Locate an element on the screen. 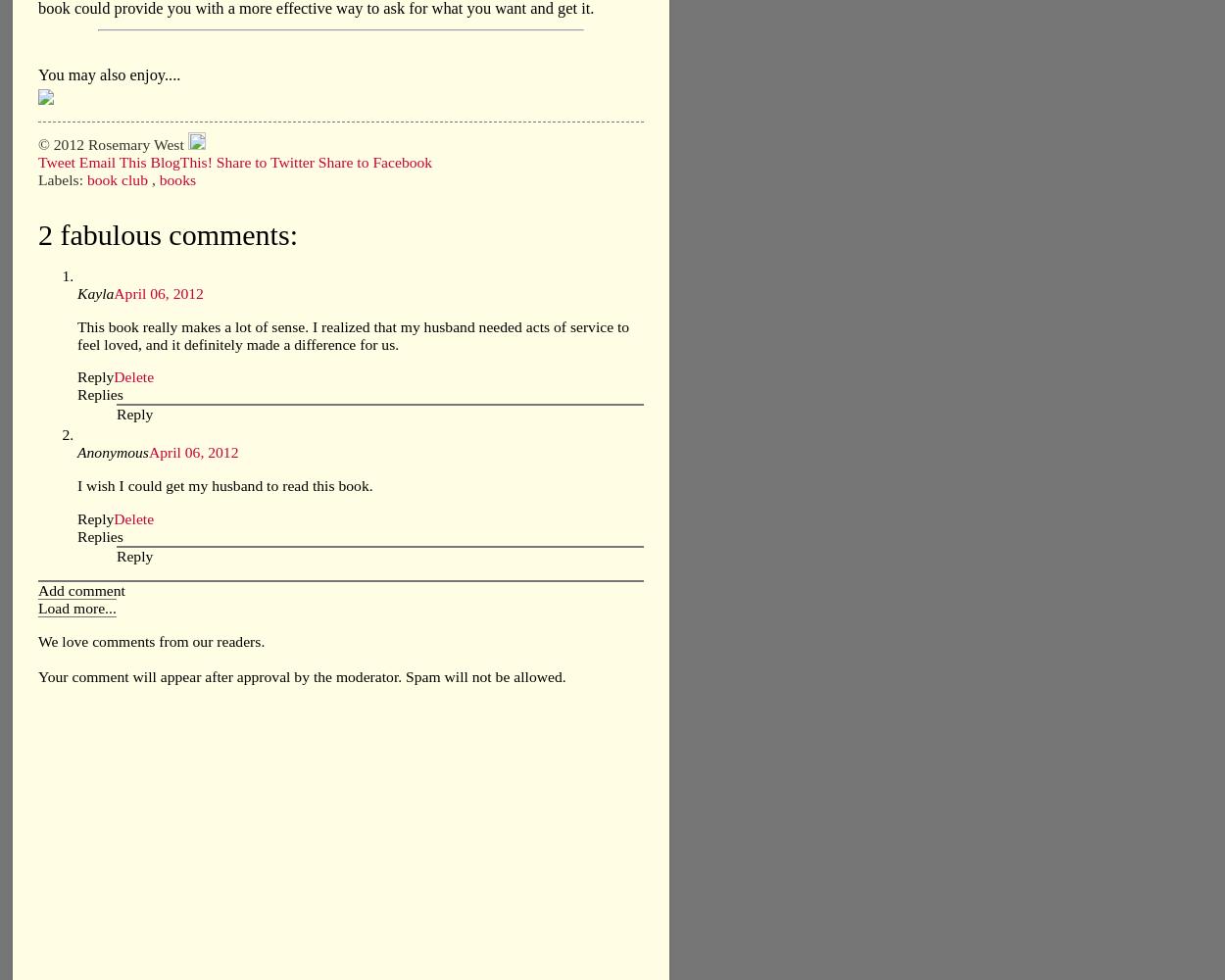 The image size is (1225, 980). 'BlogThis!' is located at coordinates (182, 162).